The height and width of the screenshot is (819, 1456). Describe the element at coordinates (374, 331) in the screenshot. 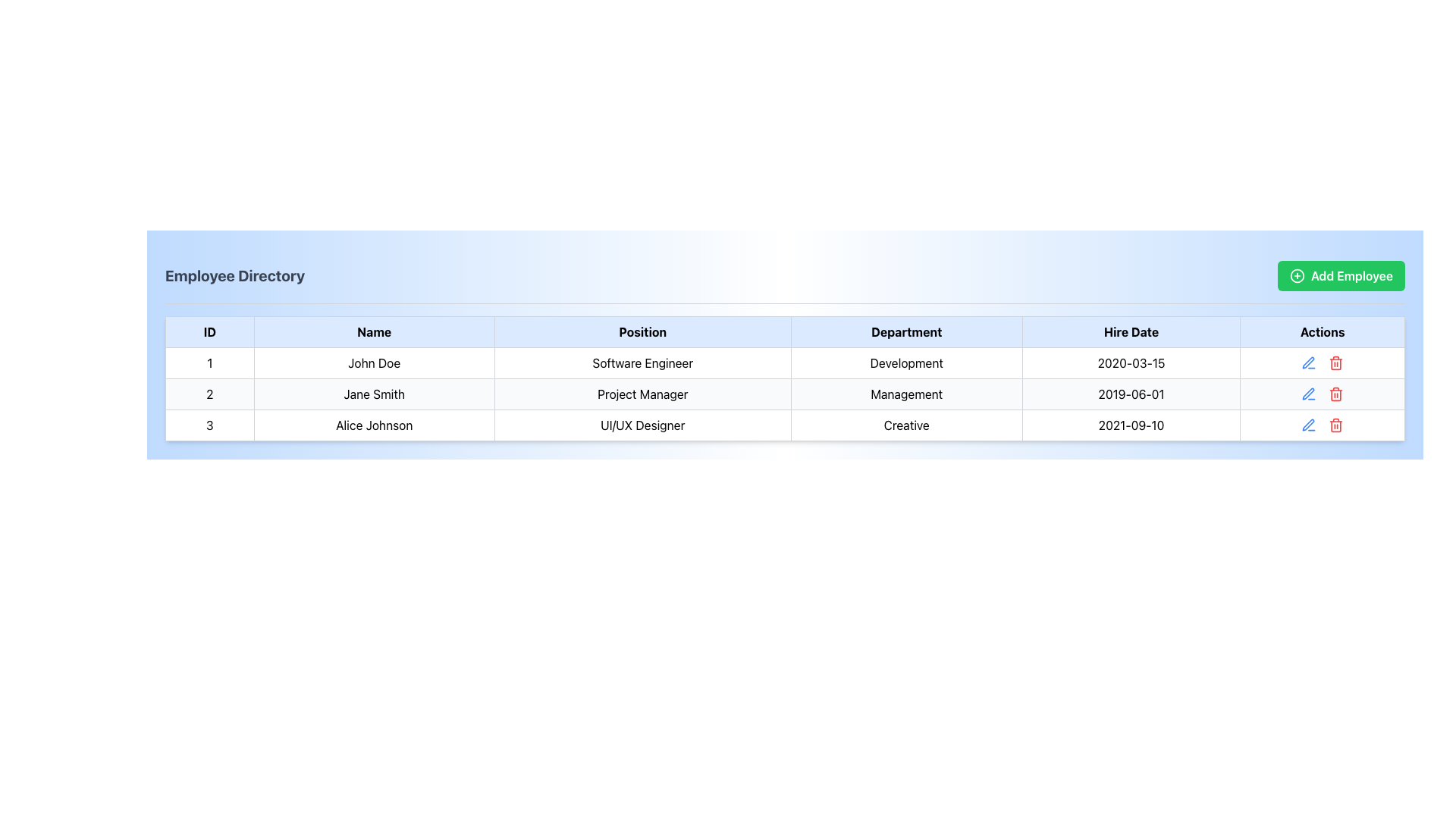

I see `the Table Header Cell that serves as the header for the 'Name' column in the table, located between the 'ID' and 'Position' columns` at that location.